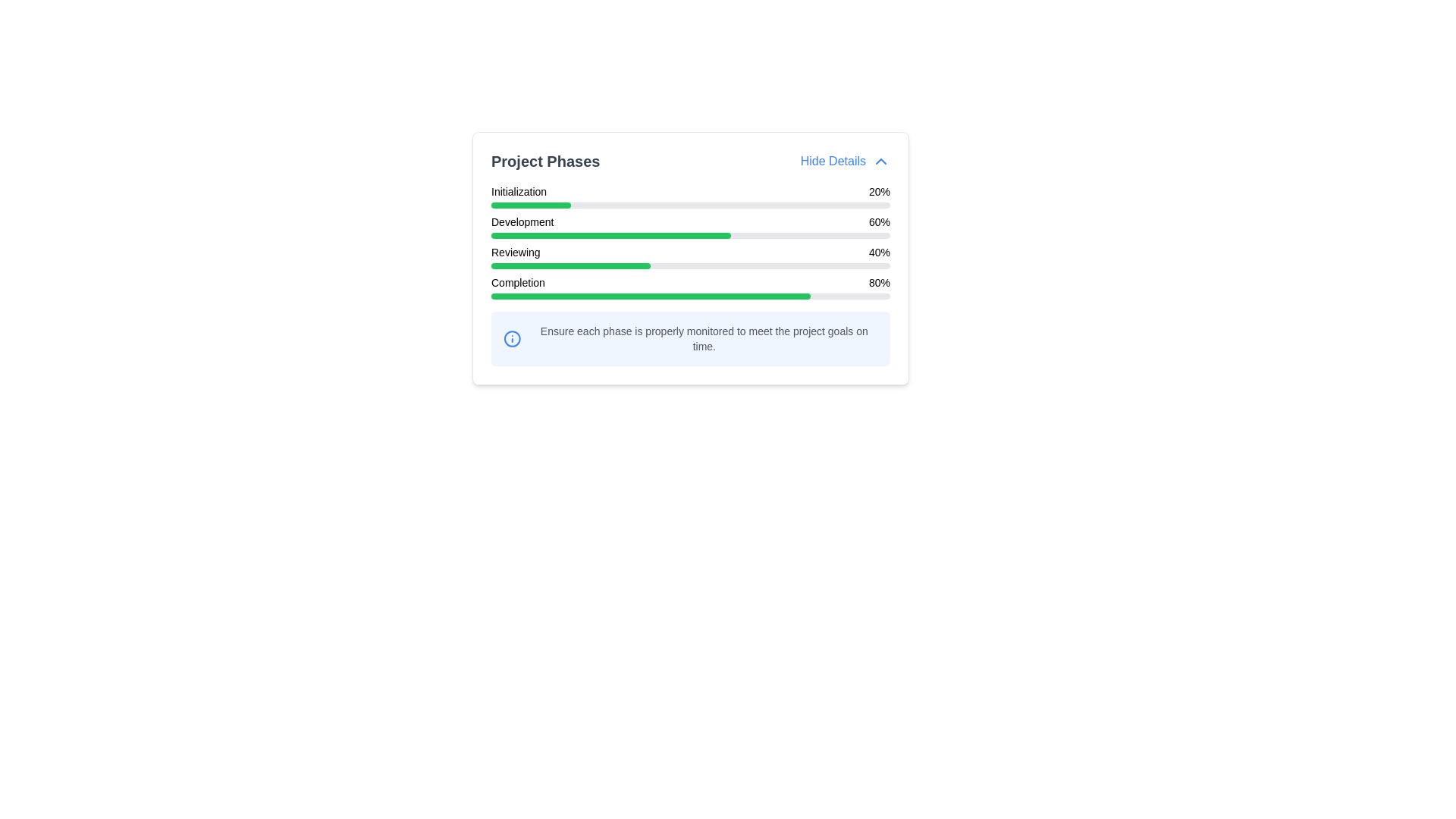 This screenshot has width=1456, height=819. Describe the element at coordinates (844, 161) in the screenshot. I see `the toggle button located to the far right of the title text 'Project Phases' to trigger its hover-state` at that location.